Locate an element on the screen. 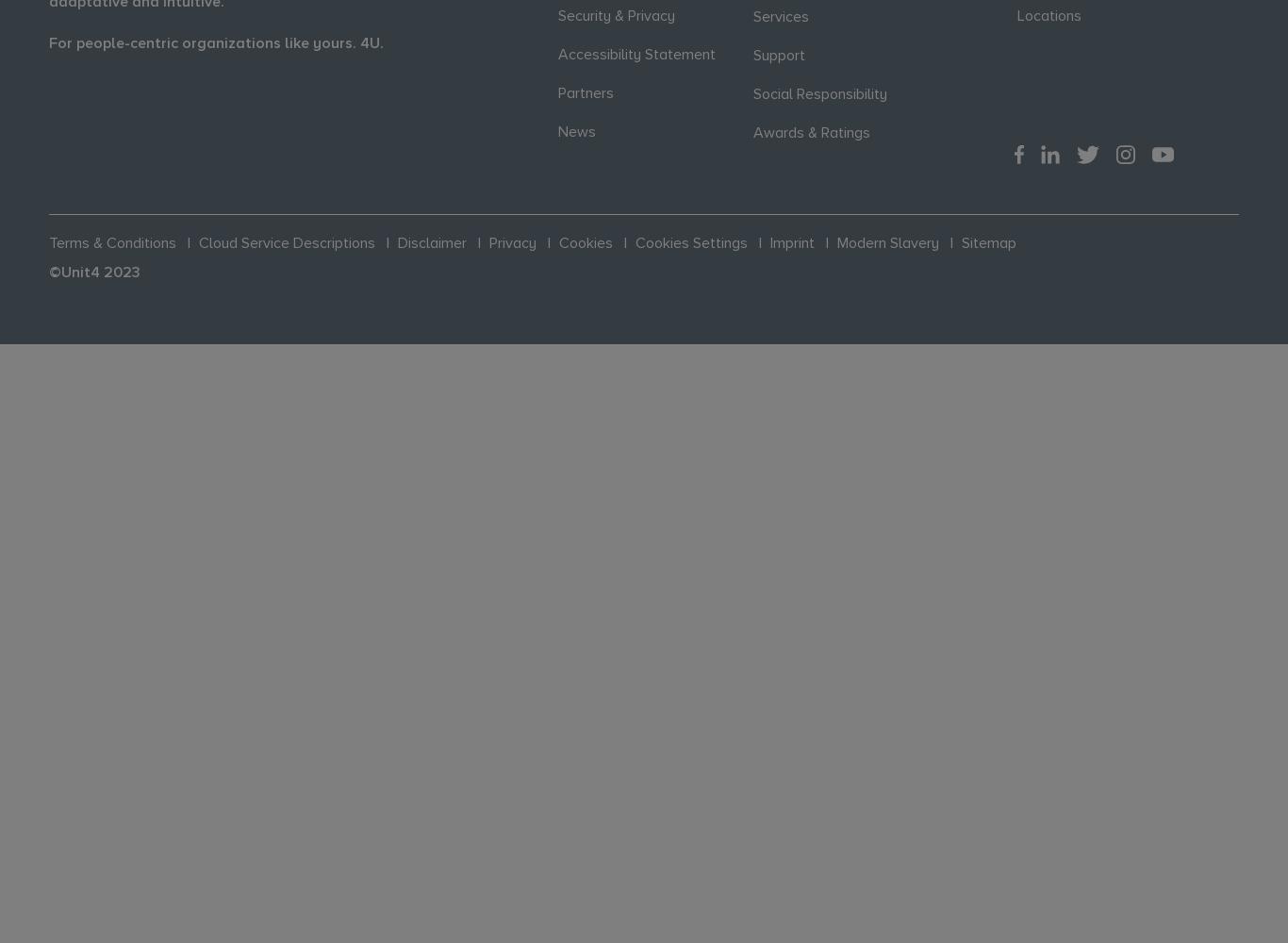 Image resolution: width=1288 pixels, height=943 pixels. 'Cookies Settings' is located at coordinates (691, 242).